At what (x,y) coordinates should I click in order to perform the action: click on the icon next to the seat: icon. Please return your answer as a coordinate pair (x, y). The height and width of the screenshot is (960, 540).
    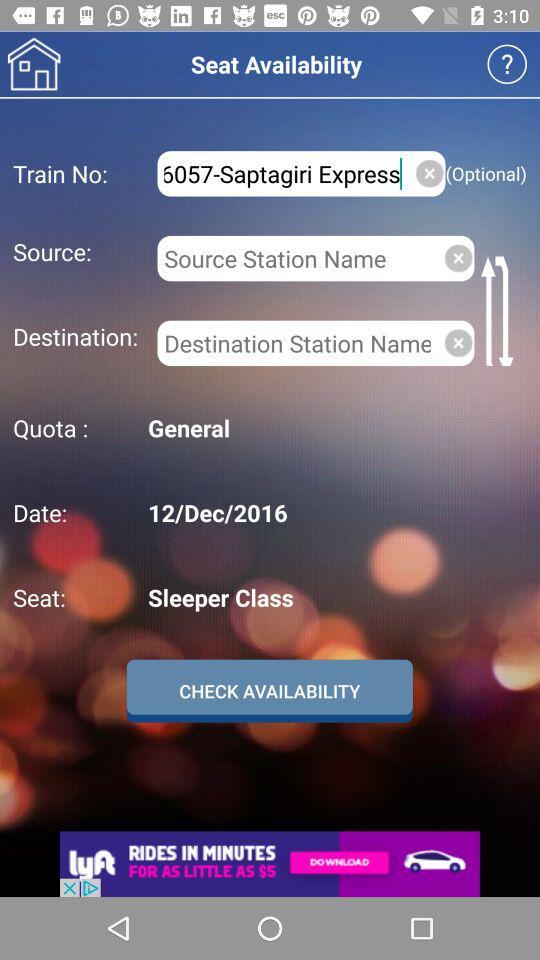
    Looking at the image, I should click on (334, 597).